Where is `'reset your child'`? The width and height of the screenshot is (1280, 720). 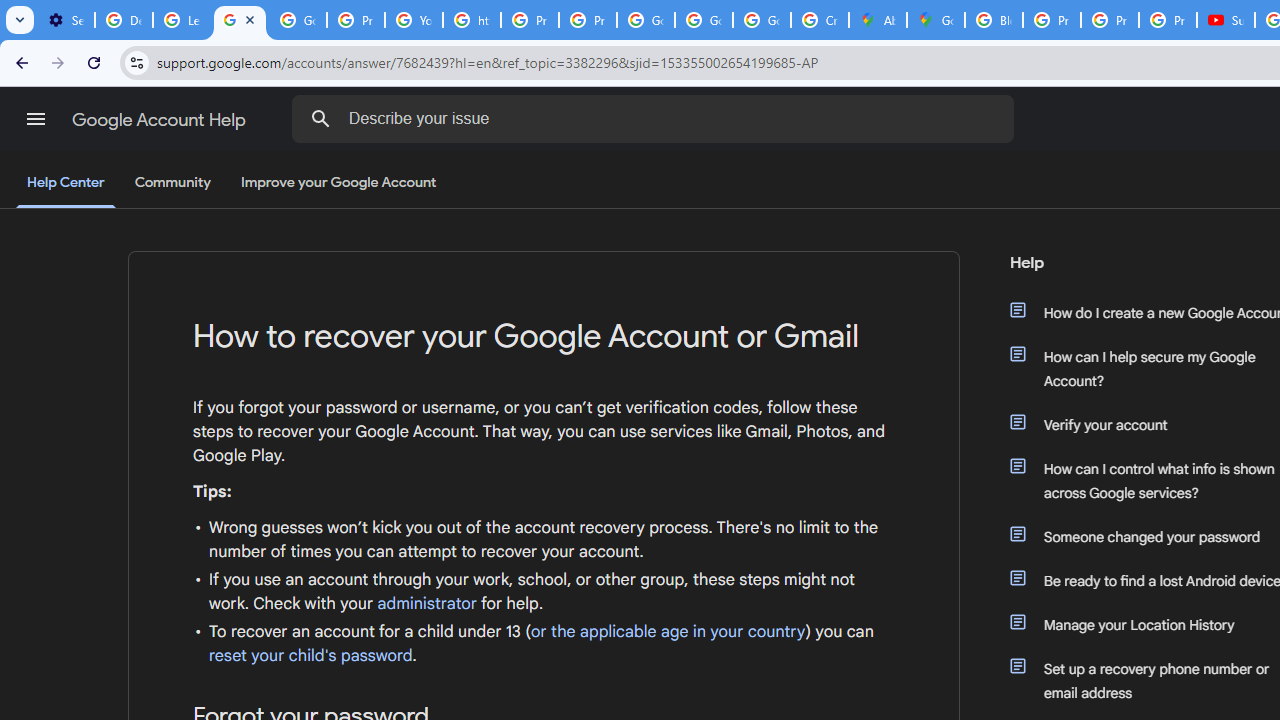 'reset your child' is located at coordinates (310, 655).